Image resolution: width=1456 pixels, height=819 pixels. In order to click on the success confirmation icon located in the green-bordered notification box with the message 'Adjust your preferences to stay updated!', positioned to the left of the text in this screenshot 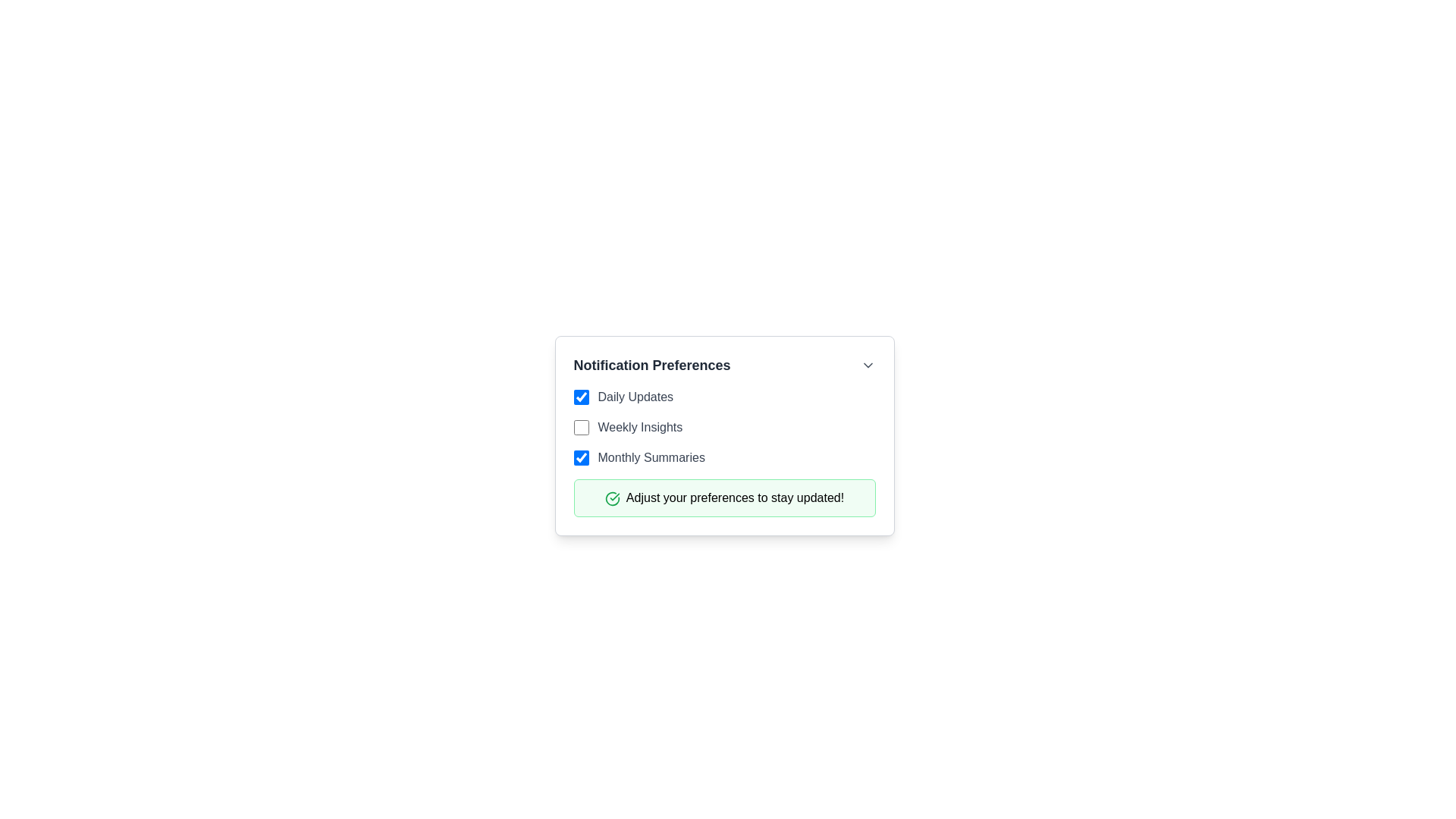, I will do `click(612, 498)`.